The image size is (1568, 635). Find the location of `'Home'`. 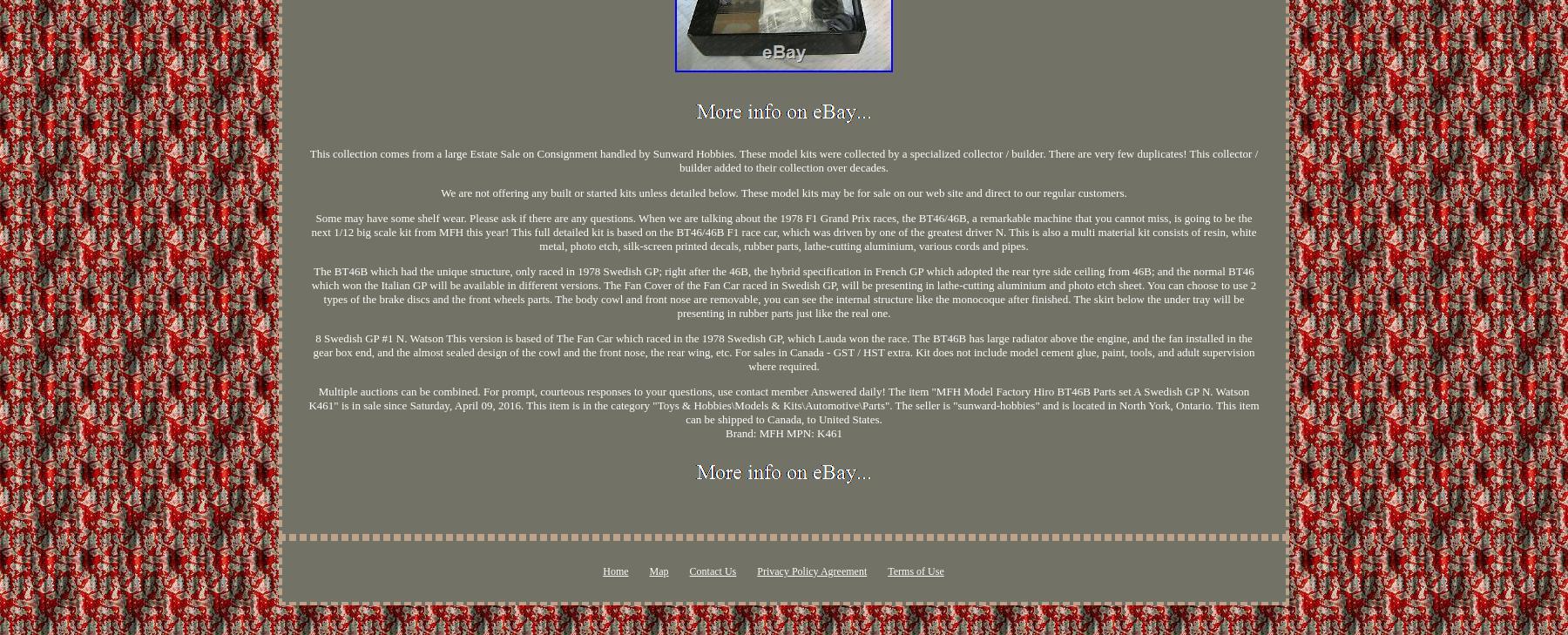

'Home' is located at coordinates (601, 571).